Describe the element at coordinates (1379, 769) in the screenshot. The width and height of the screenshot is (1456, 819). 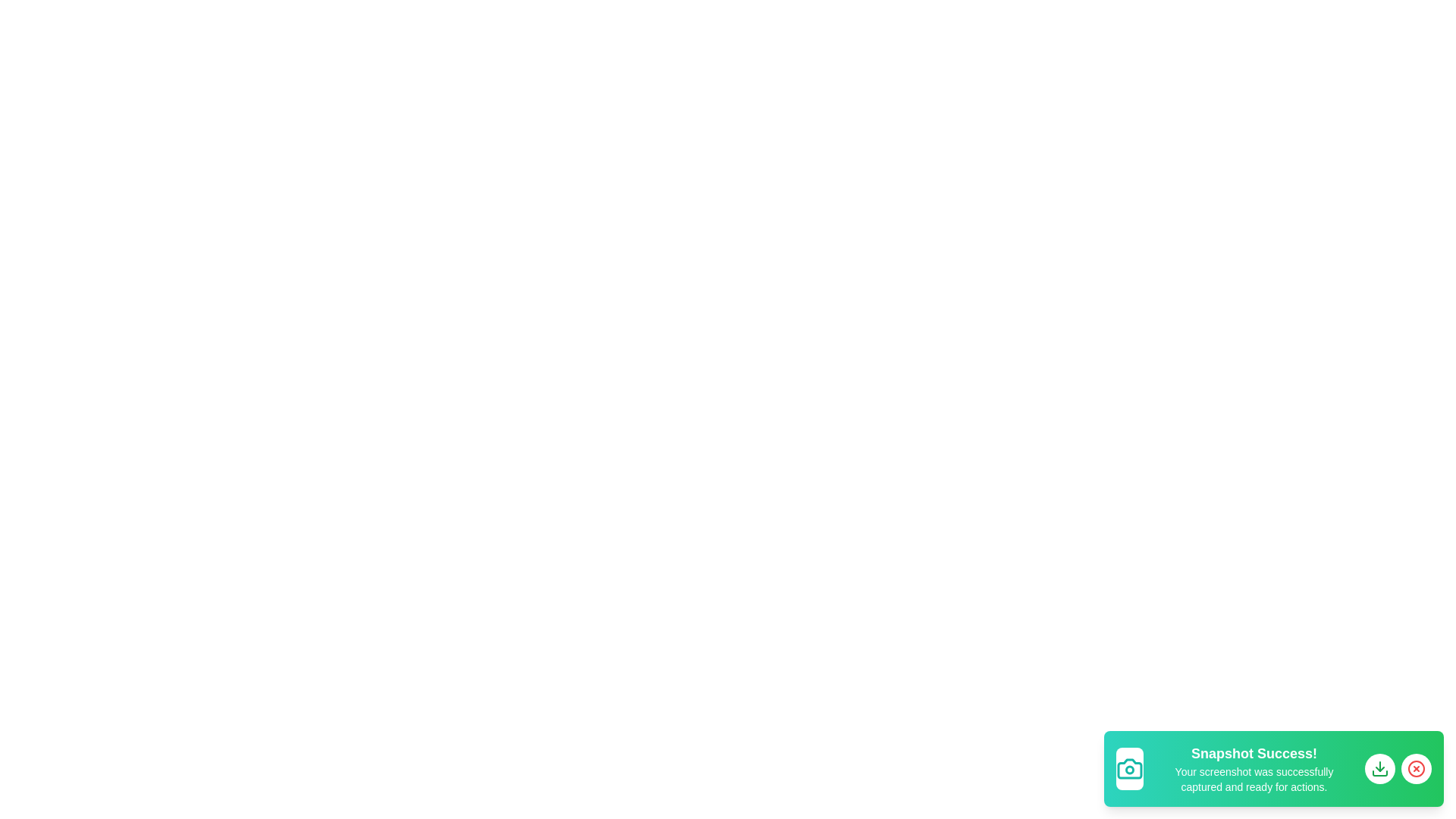
I see `the 'Download' button to initiate the download action` at that location.